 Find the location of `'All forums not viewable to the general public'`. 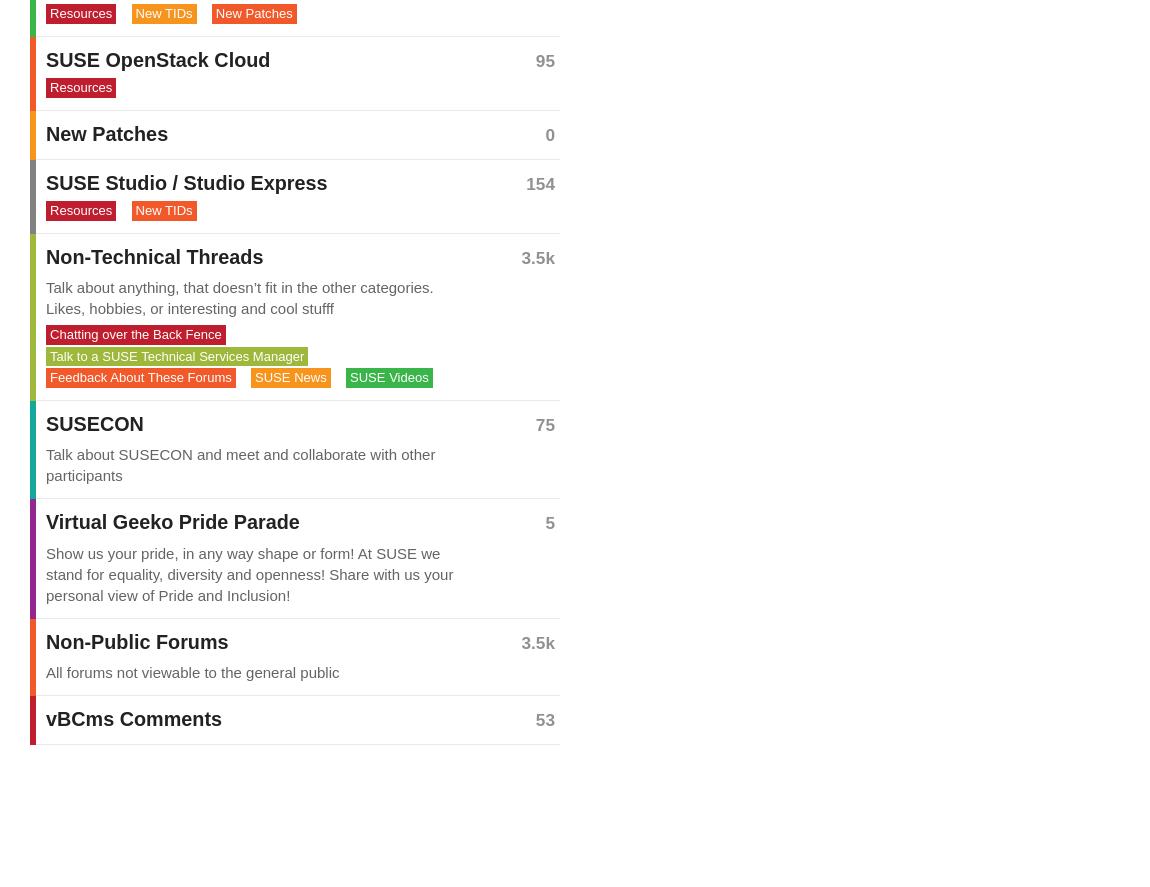

'All forums not viewable to the general public' is located at coordinates (191, 670).